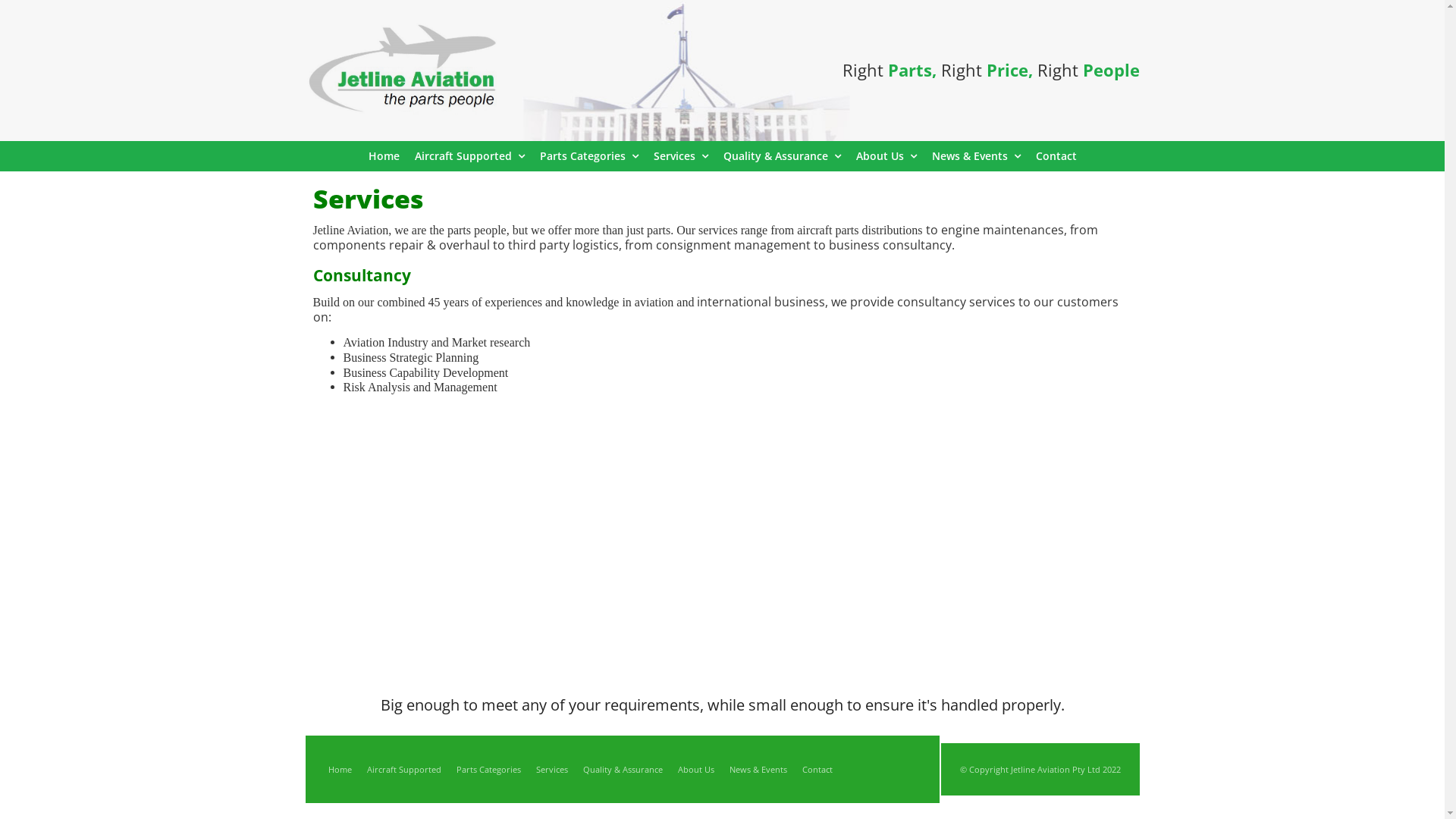 Image resolution: width=1456 pixels, height=819 pixels. What do you see at coordinates (622, 769) in the screenshot?
I see `'Quality & Assurance'` at bounding box center [622, 769].